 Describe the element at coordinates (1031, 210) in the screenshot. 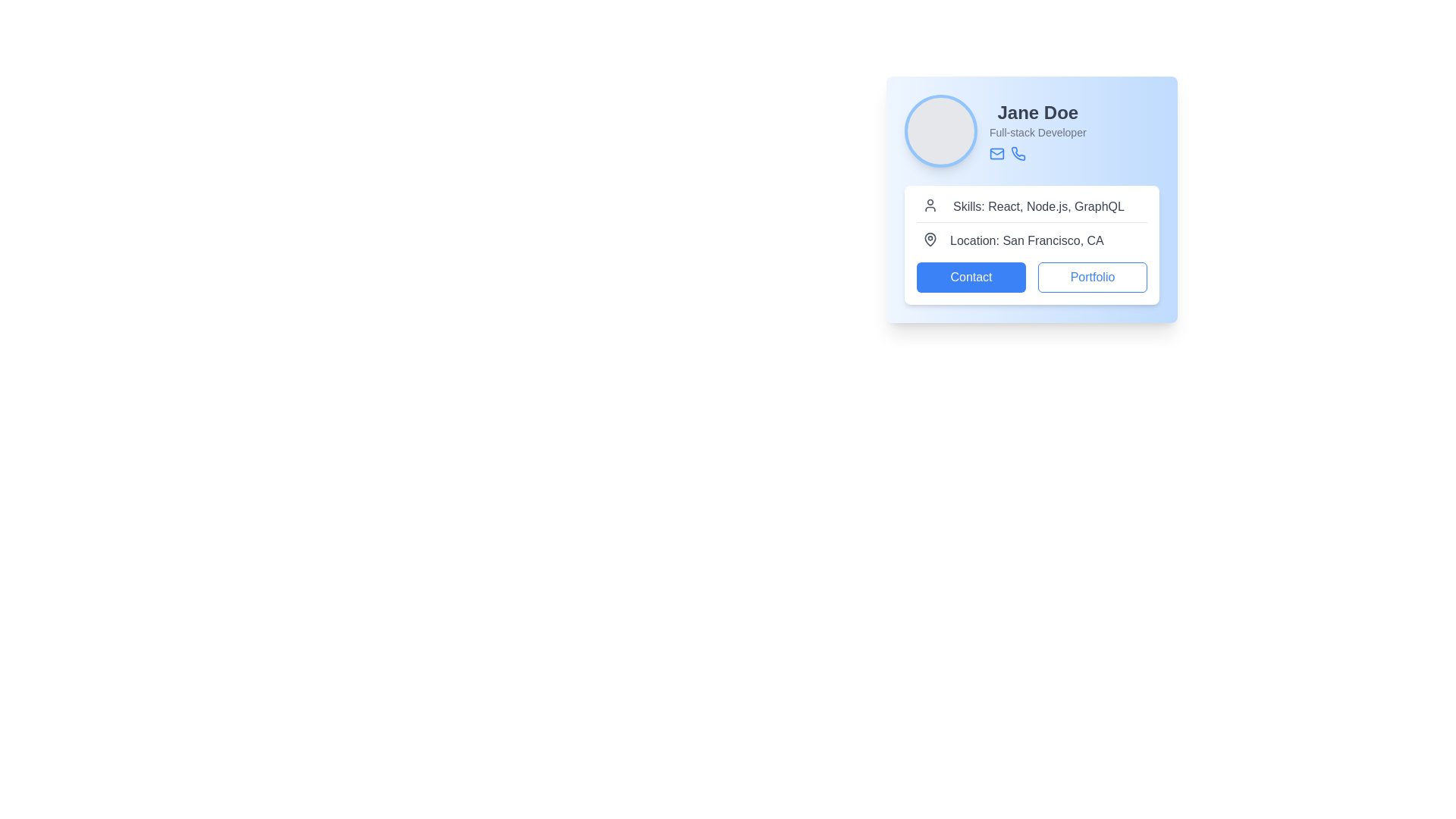

I see `the Text information block that communicates the skills of an individual, located above the 'Location: San Francisco, CA' section` at that location.